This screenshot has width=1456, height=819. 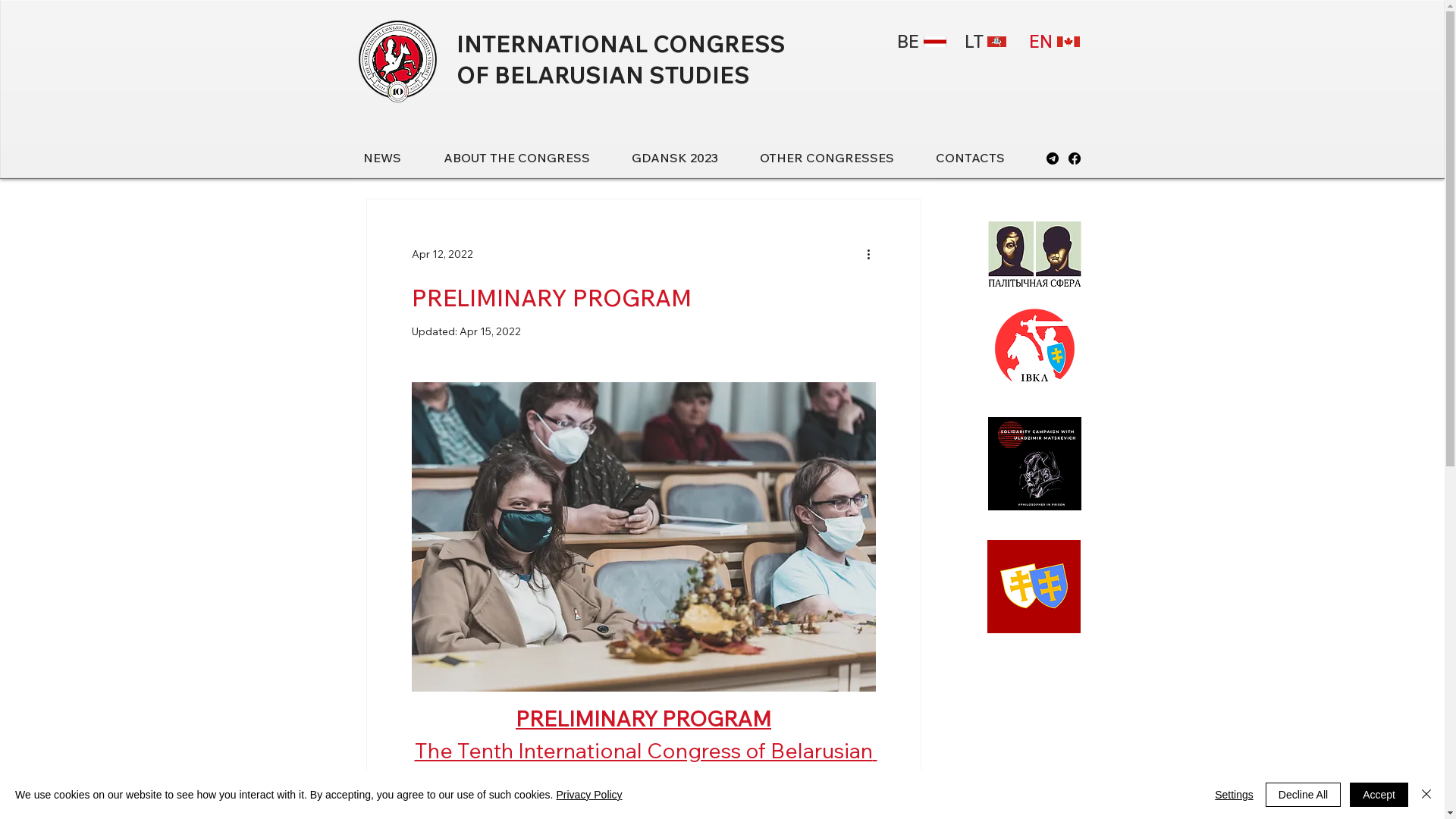 What do you see at coordinates (588, 794) in the screenshot?
I see `'Privacy Policy'` at bounding box center [588, 794].